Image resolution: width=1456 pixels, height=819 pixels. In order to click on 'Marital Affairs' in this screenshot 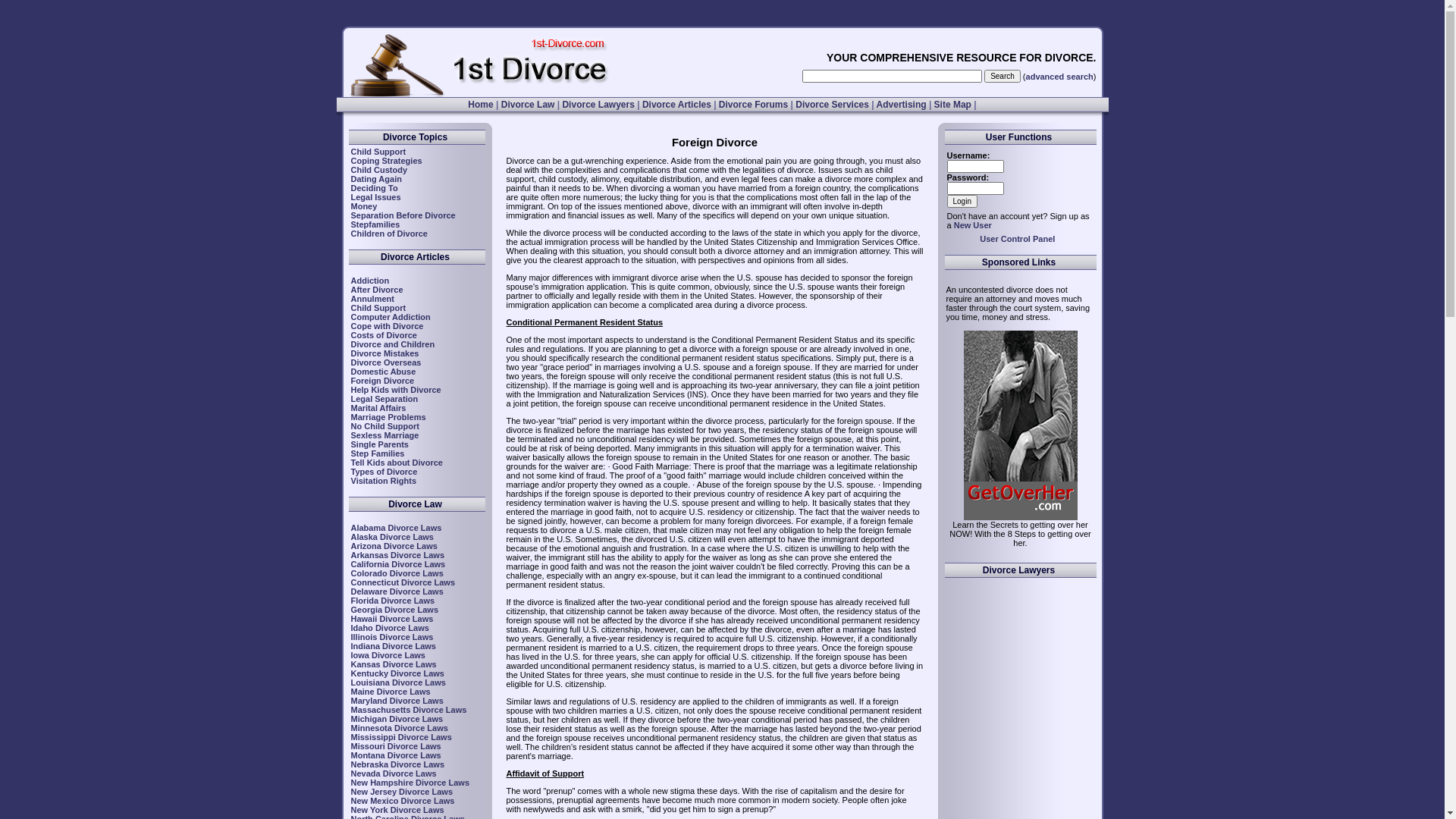, I will do `click(349, 406)`.